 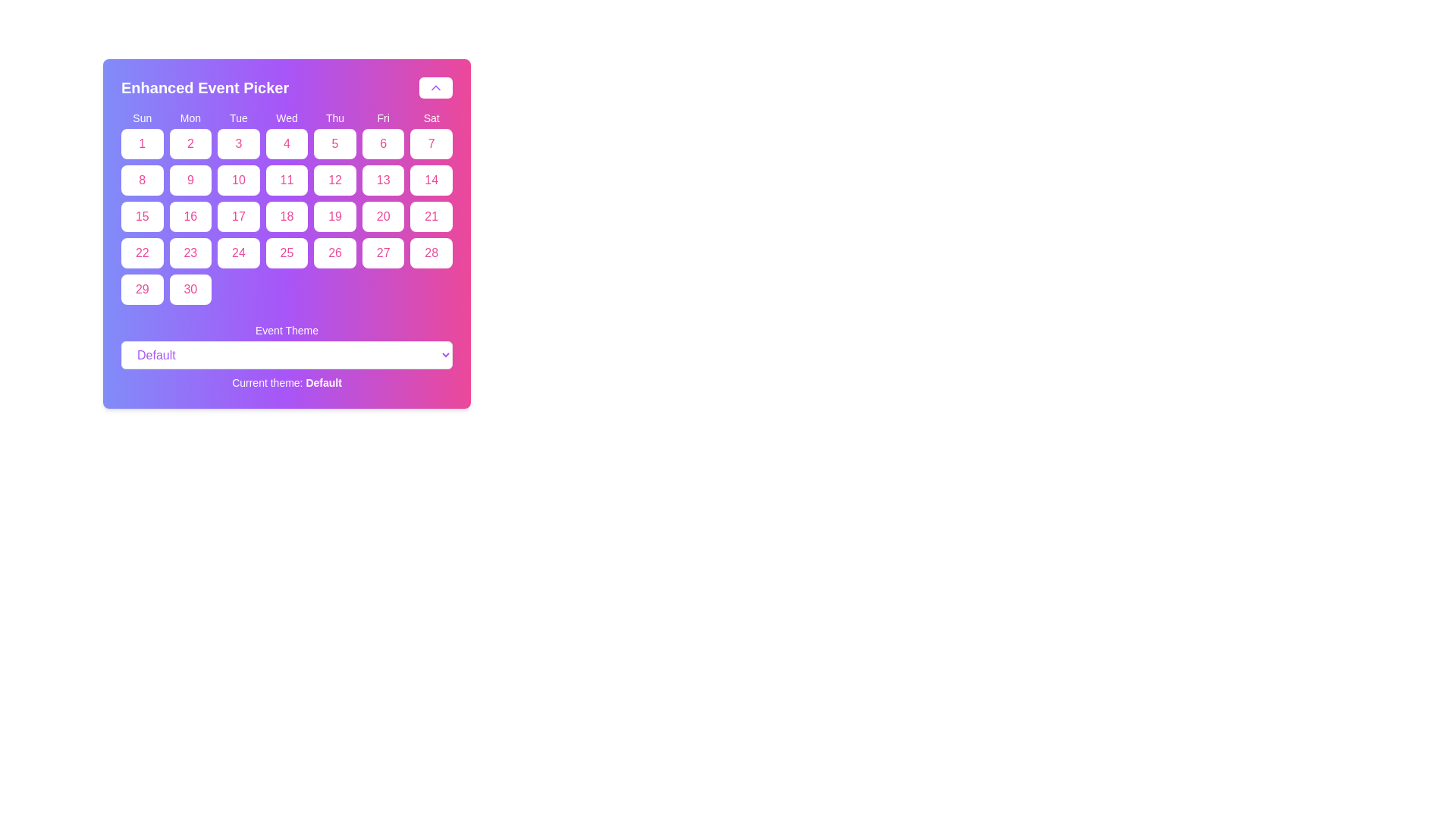 I want to click on the button displaying the number '8' in pink text on a white background, so click(x=142, y=180).